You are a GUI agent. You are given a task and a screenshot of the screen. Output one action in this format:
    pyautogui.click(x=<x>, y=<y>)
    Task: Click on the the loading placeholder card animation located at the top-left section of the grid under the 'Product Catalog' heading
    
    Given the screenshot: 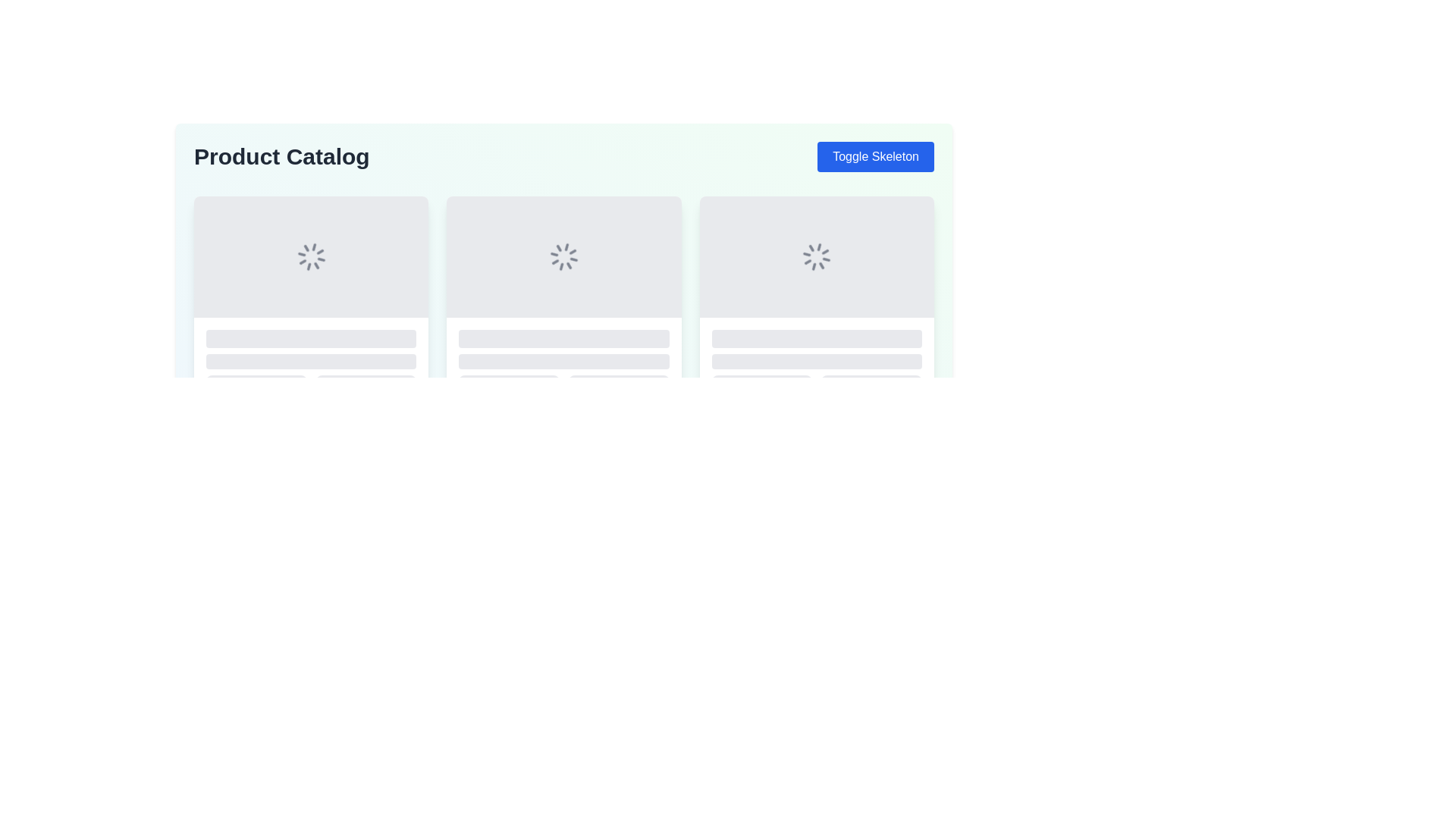 What is the action you would take?
    pyautogui.click(x=310, y=298)
    